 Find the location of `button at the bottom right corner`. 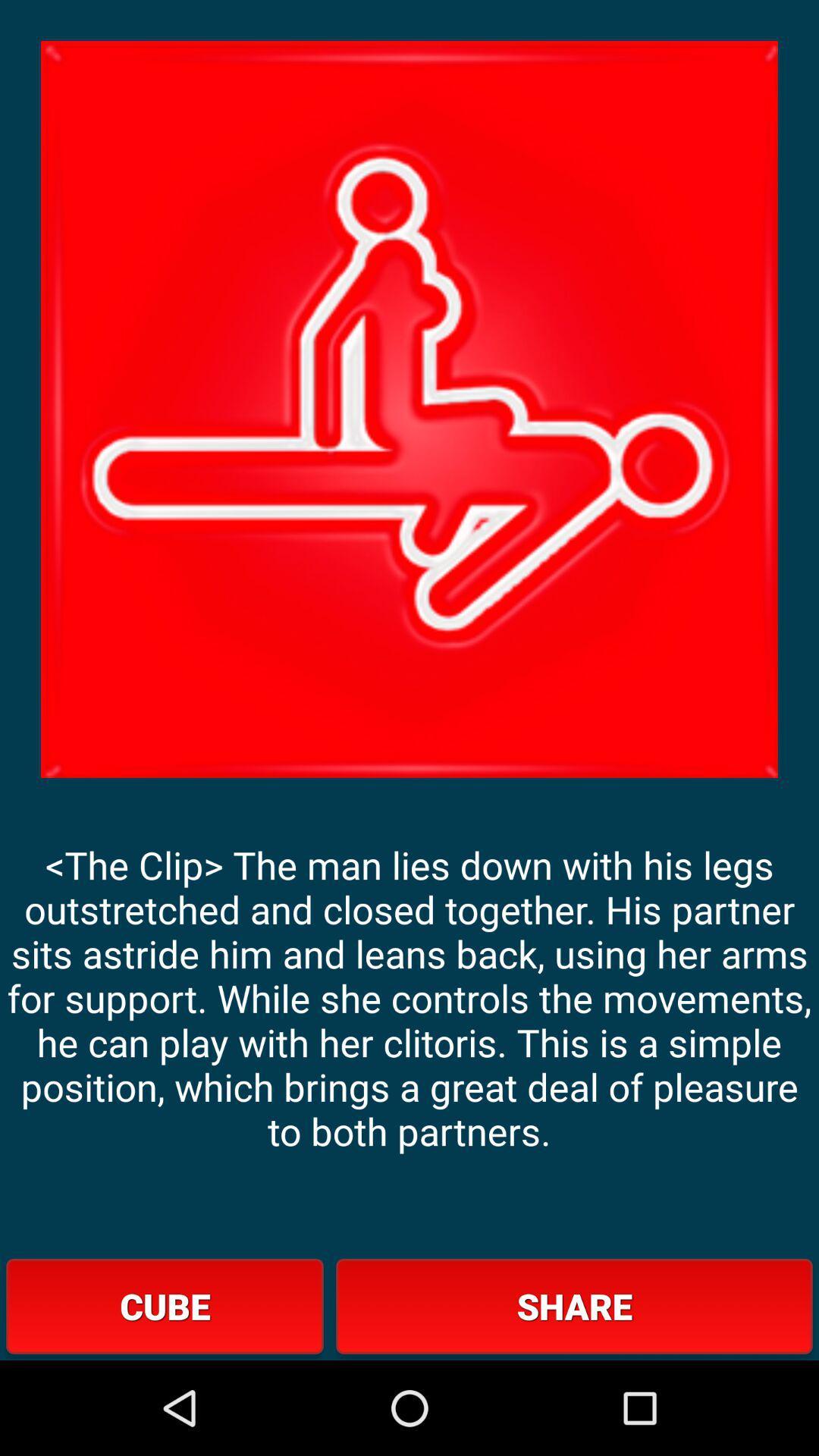

button at the bottom right corner is located at coordinates (574, 1305).